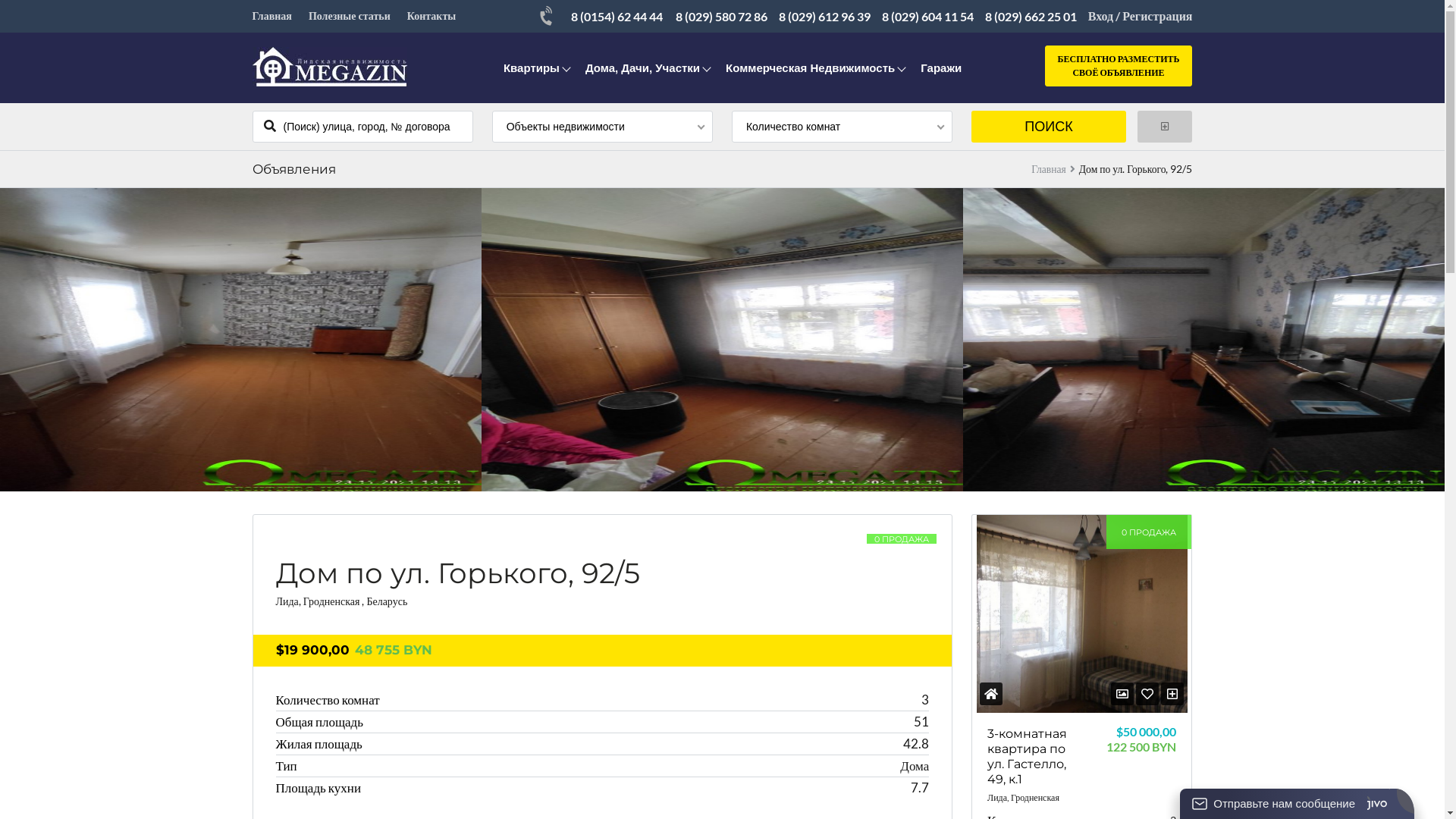 Image resolution: width=1456 pixels, height=819 pixels. I want to click on '8 (029) 612 96 39', so click(824, 16).